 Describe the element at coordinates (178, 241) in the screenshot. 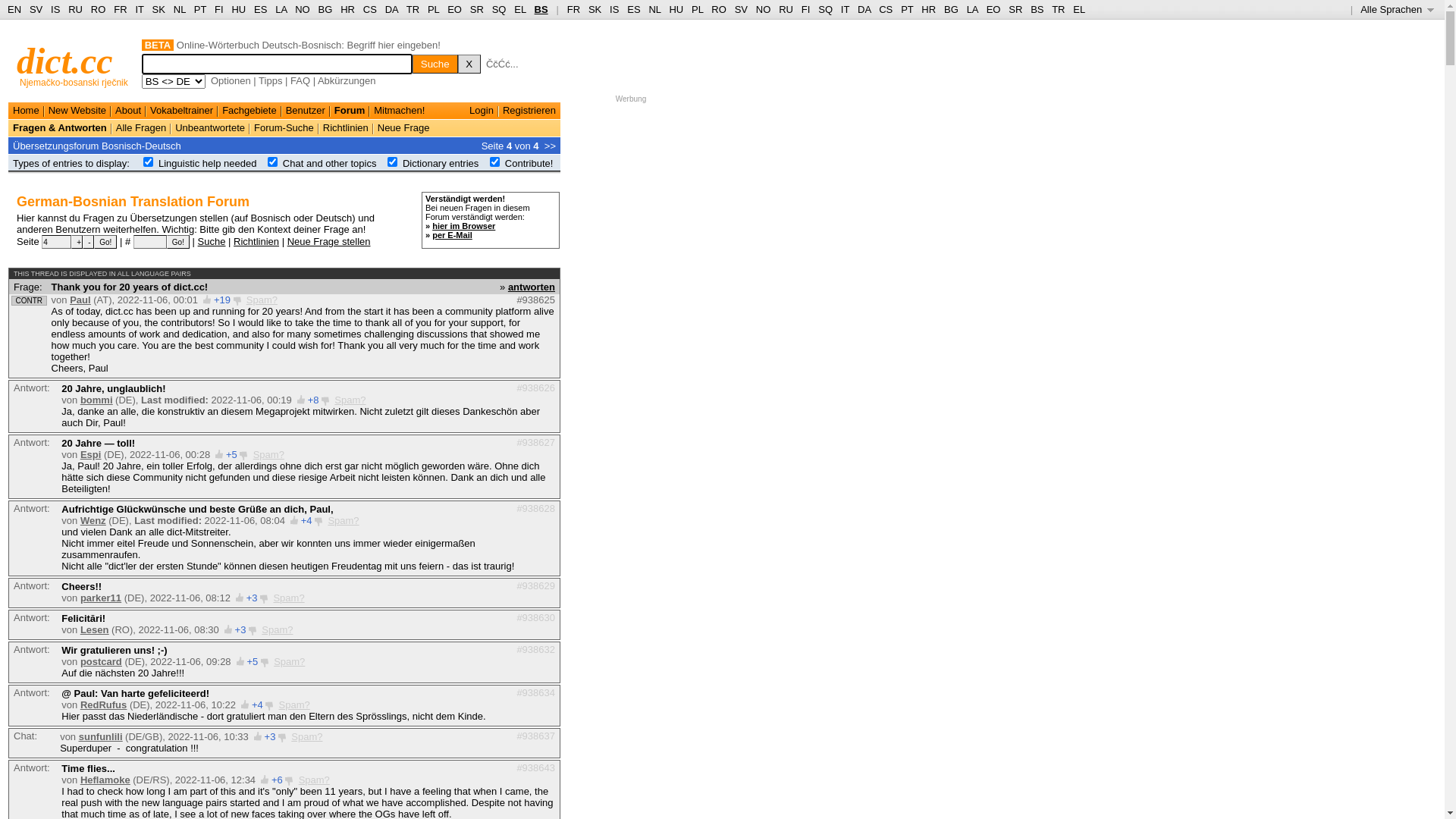

I see `'Go!'` at that location.